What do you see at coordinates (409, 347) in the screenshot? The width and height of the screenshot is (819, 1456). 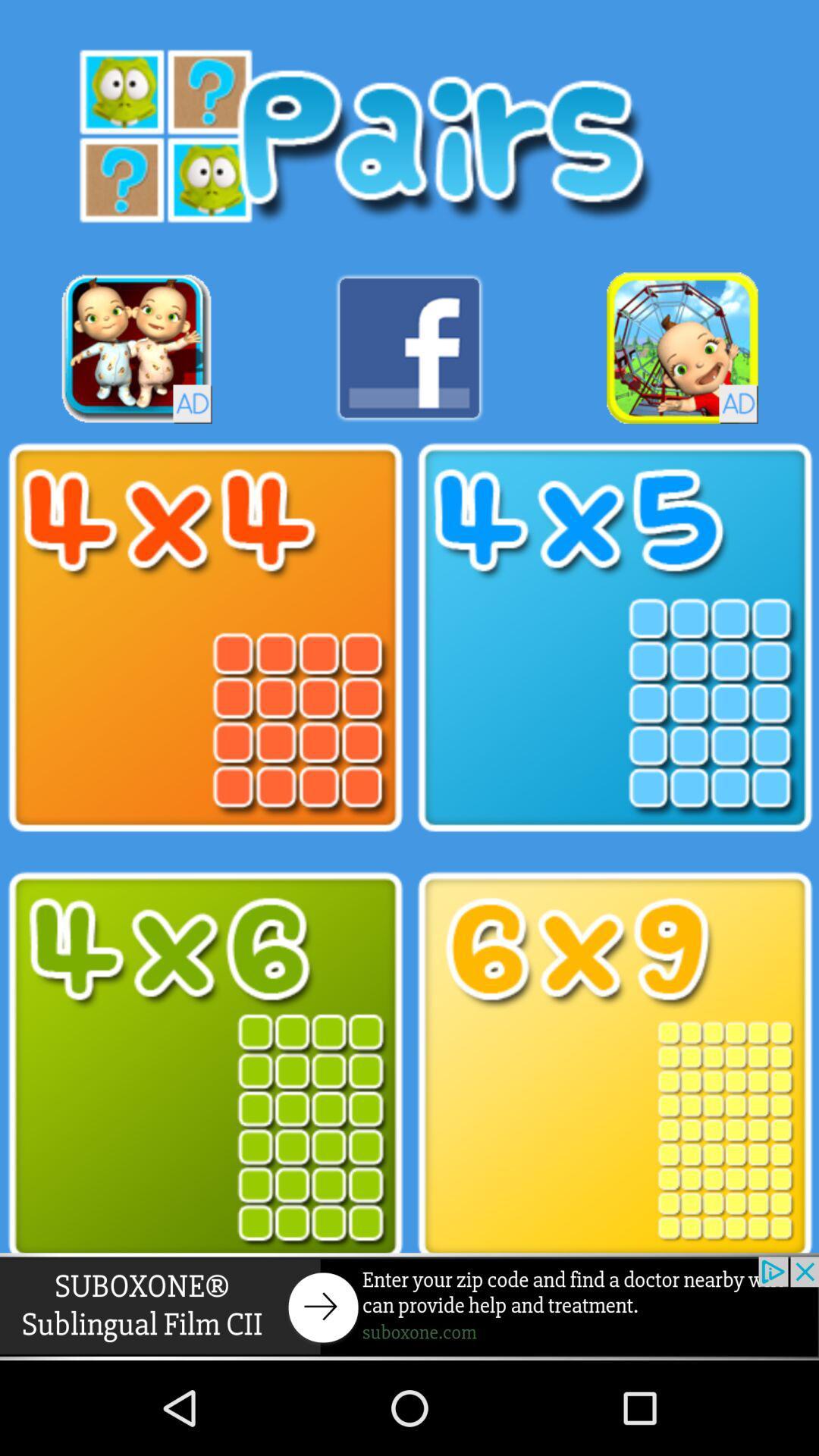 I see `open login to facebook` at bounding box center [409, 347].